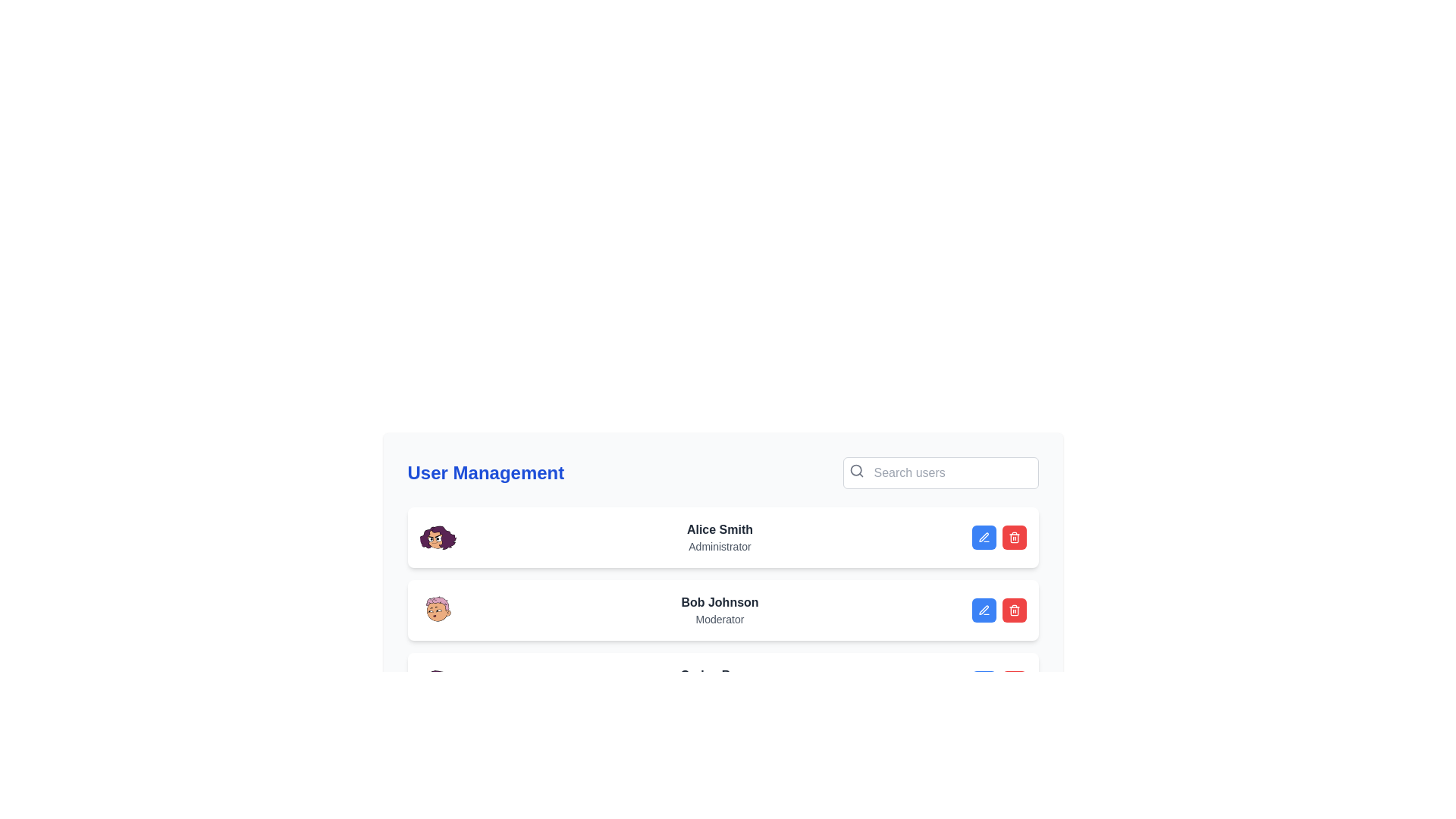 The width and height of the screenshot is (1456, 819). Describe the element at coordinates (437, 537) in the screenshot. I see `the Profile Picture representing 'Alice Smith'` at that location.